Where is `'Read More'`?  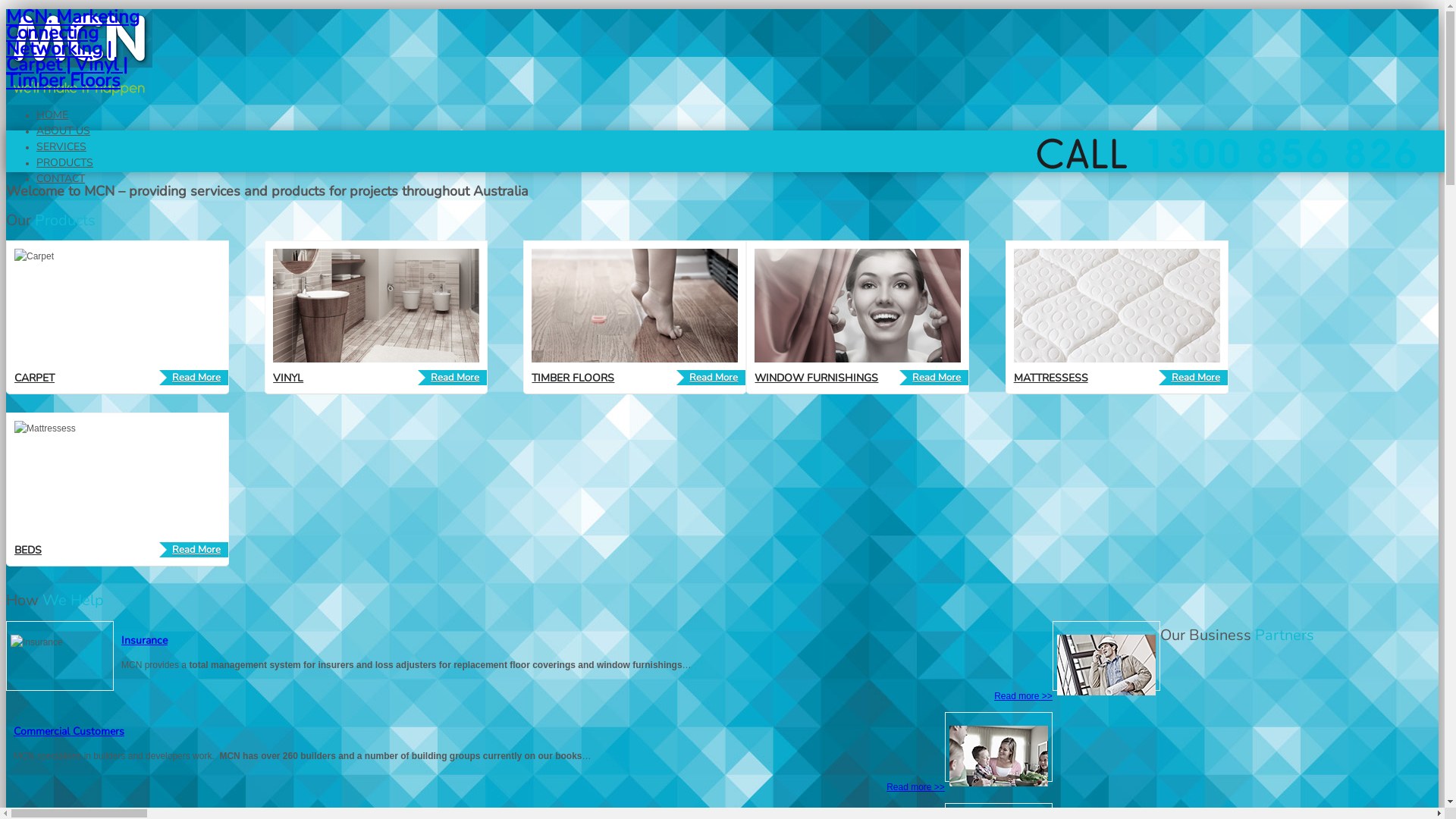 'Read More' is located at coordinates (193, 376).